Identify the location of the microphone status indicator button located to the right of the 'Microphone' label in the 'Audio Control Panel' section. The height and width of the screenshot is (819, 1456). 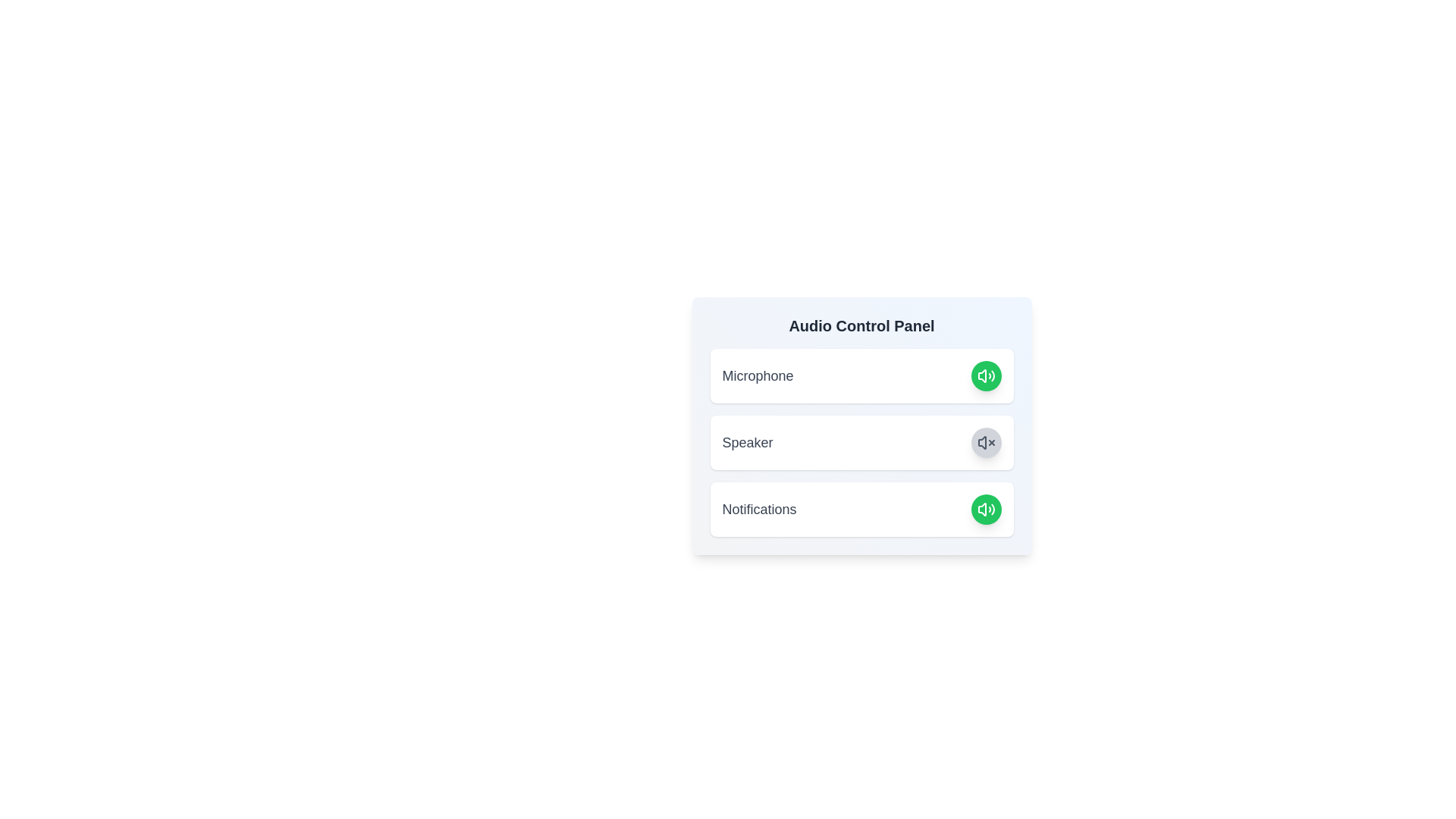
(986, 375).